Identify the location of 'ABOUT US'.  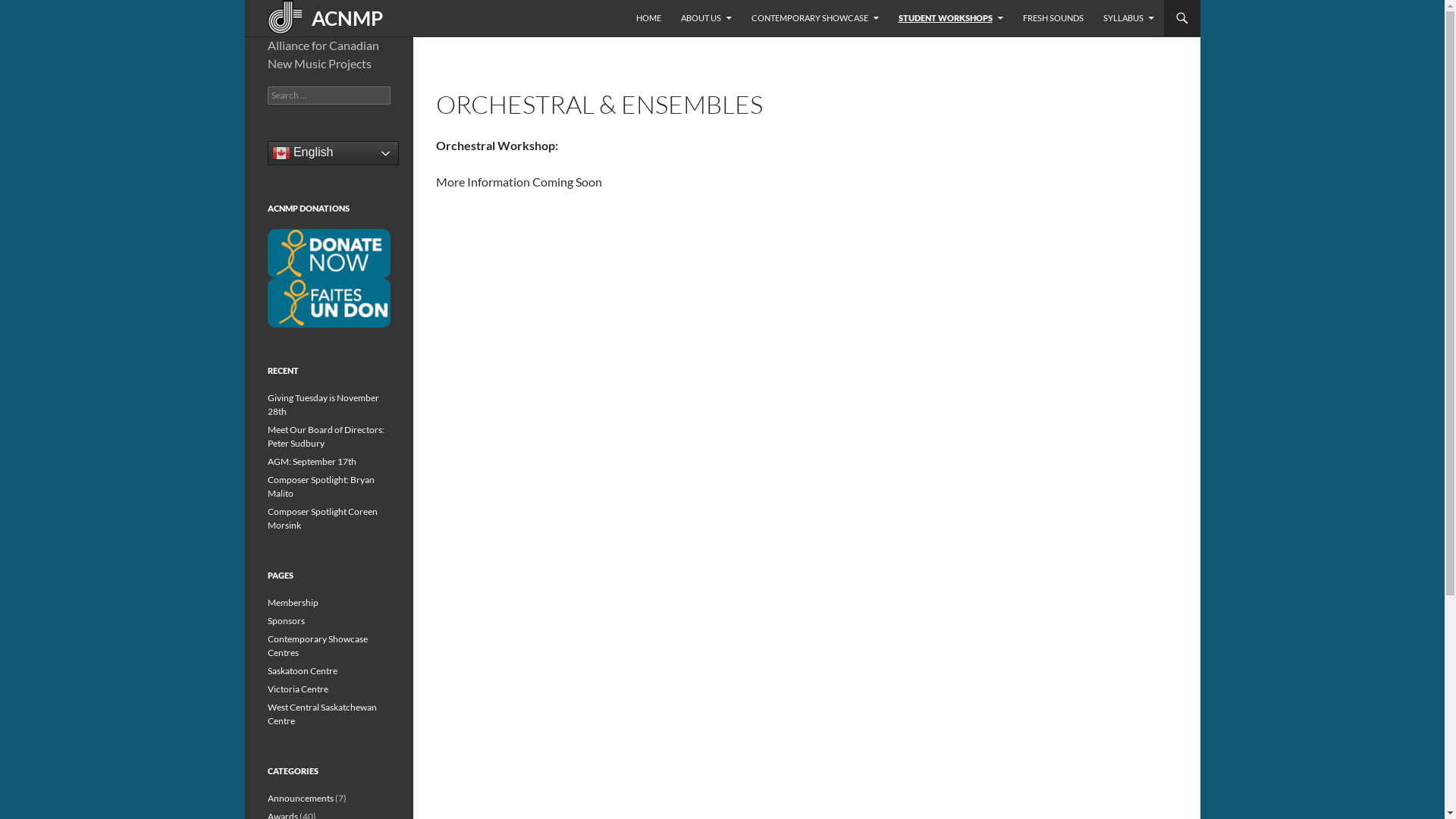
(705, 17).